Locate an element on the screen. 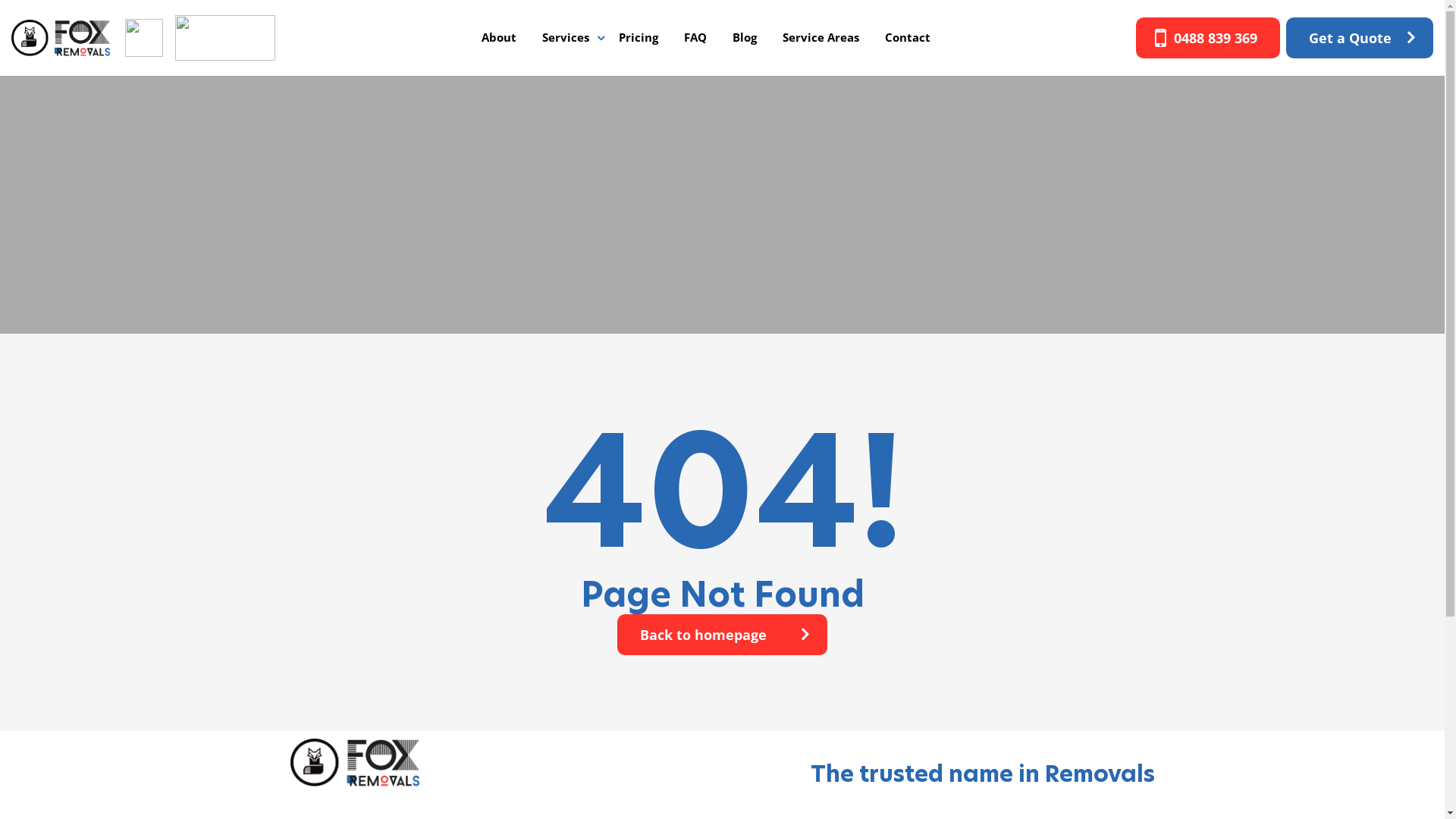 Image resolution: width=1456 pixels, height=819 pixels. 'Contact' is located at coordinates (907, 36).